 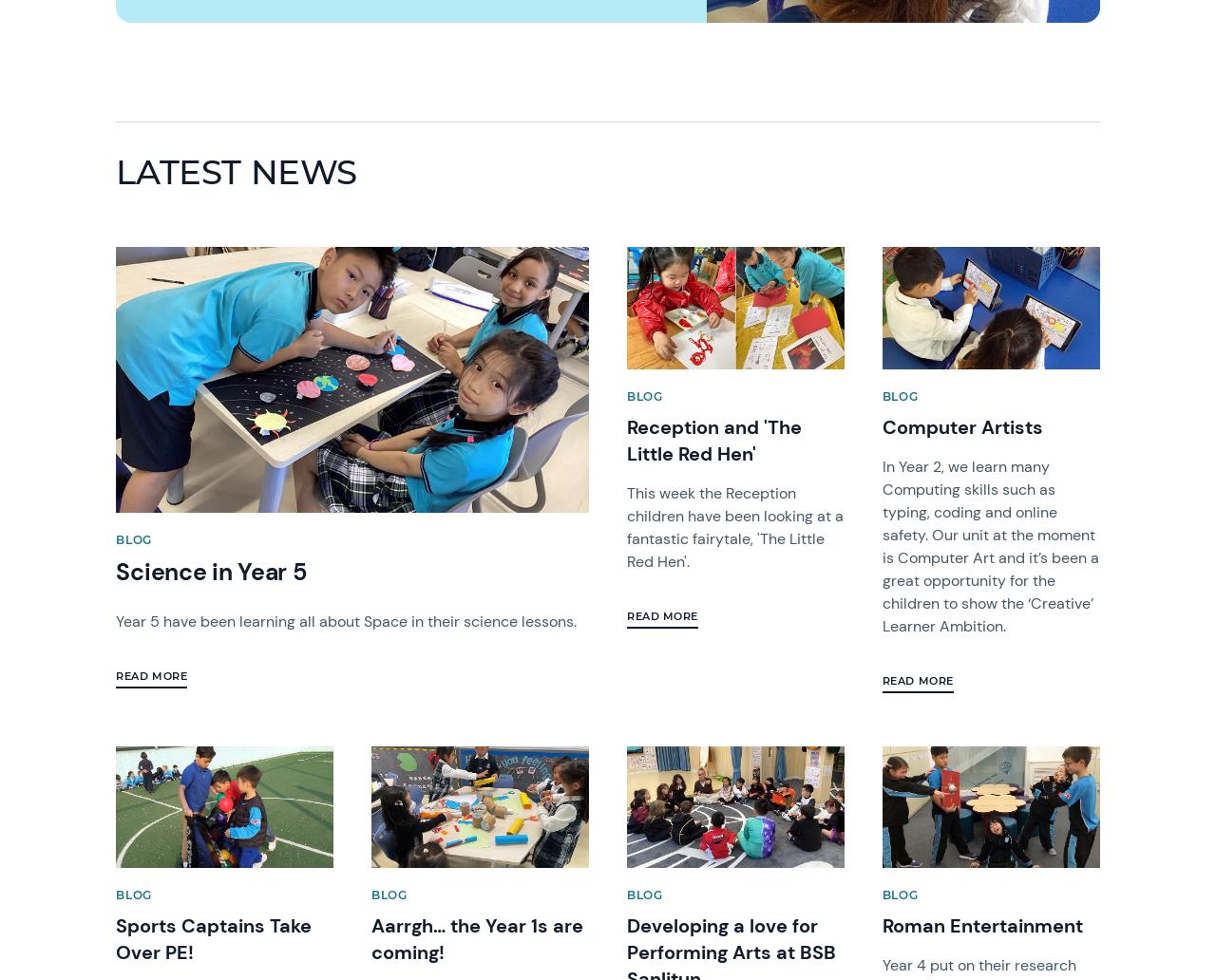 What do you see at coordinates (981, 925) in the screenshot?
I see `'Roman Entertainment'` at bounding box center [981, 925].